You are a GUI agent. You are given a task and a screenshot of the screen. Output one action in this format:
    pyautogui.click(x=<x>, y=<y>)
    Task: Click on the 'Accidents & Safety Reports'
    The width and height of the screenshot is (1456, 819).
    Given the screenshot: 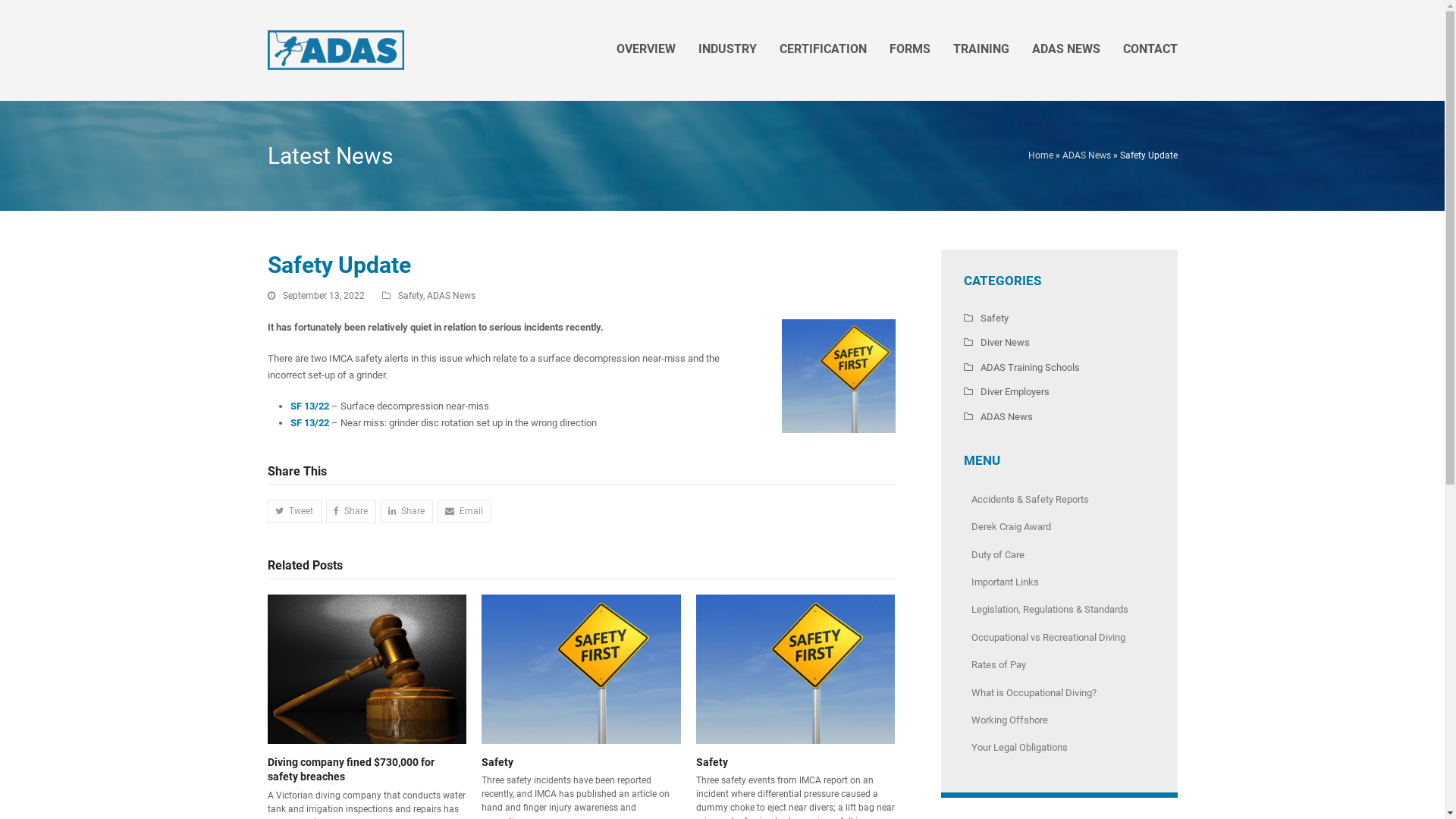 What is the action you would take?
    pyautogui.click(x=1058, y=499)
    